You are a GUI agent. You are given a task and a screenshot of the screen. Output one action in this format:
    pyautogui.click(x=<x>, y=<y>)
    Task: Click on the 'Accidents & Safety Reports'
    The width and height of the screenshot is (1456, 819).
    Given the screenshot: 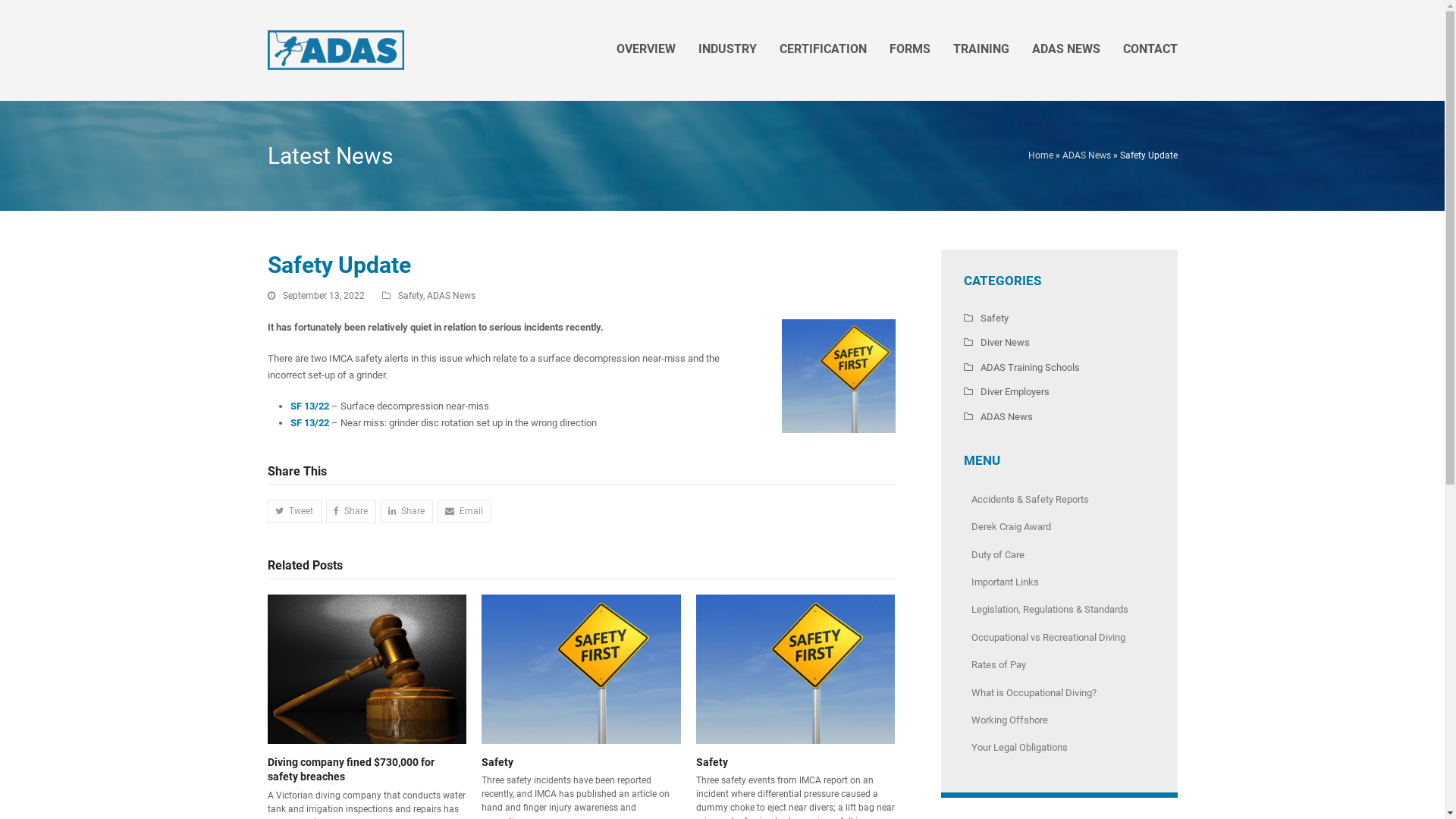 What is the action you would take?
    pyautogui.click(x=1058, y=499)
    